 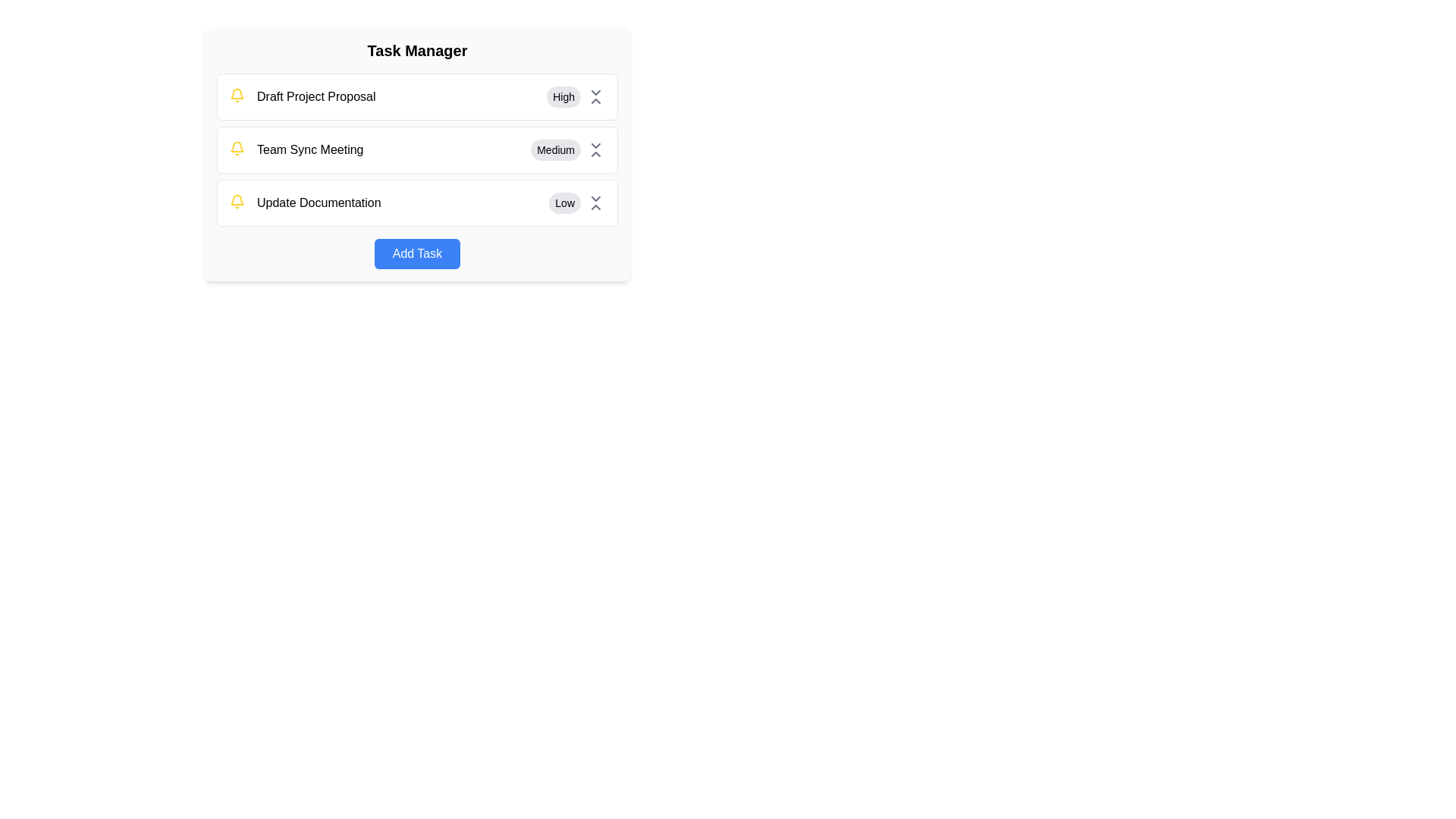 What do you see at coordinates (567, 149) in the screenshot?
I see `the 'Medium' interactive dropdown label, which has a light gray background and a downward-facing arrow, located in the upper-right section of the 'Team Sync Meeting' task block` at bounding box center [567, 149].